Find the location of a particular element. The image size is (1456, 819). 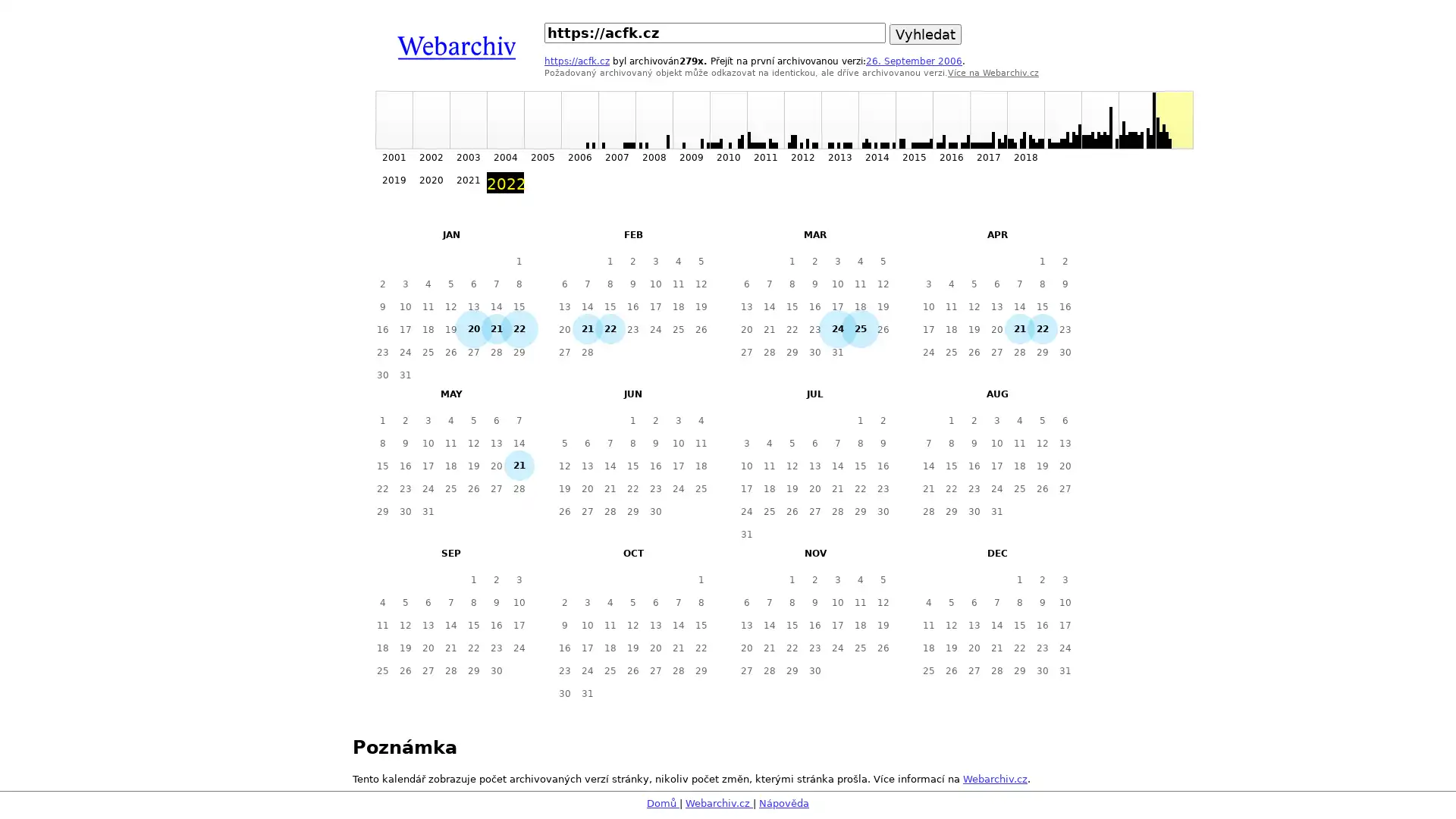

Vyhledat is located at coordinates (924, 34).